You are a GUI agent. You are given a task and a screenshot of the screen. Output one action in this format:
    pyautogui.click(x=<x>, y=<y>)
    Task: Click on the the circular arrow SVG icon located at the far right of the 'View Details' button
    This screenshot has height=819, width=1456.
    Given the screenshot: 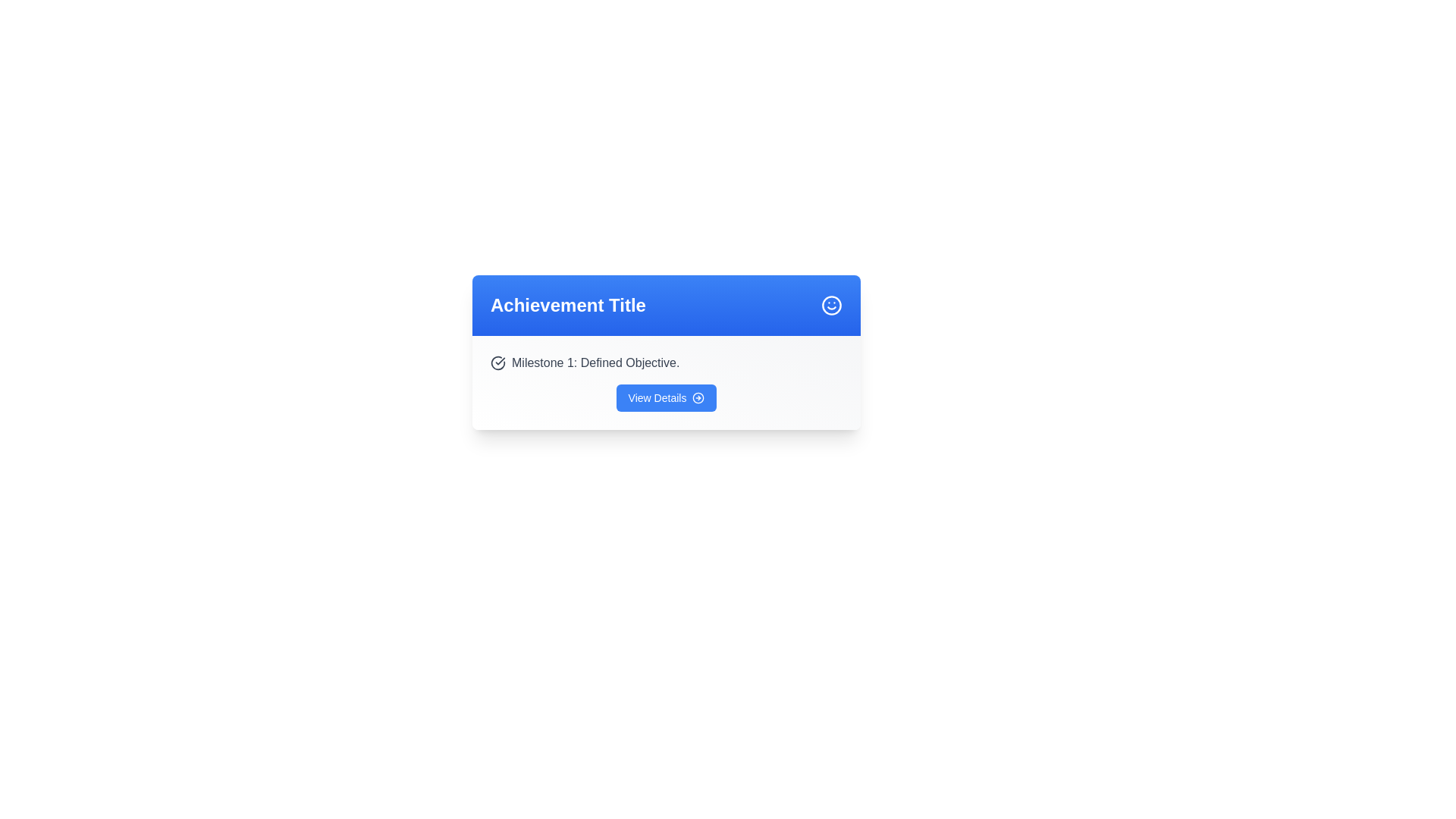 What is the action you would take?
    pyautogui.click(x=698, y=397)
    